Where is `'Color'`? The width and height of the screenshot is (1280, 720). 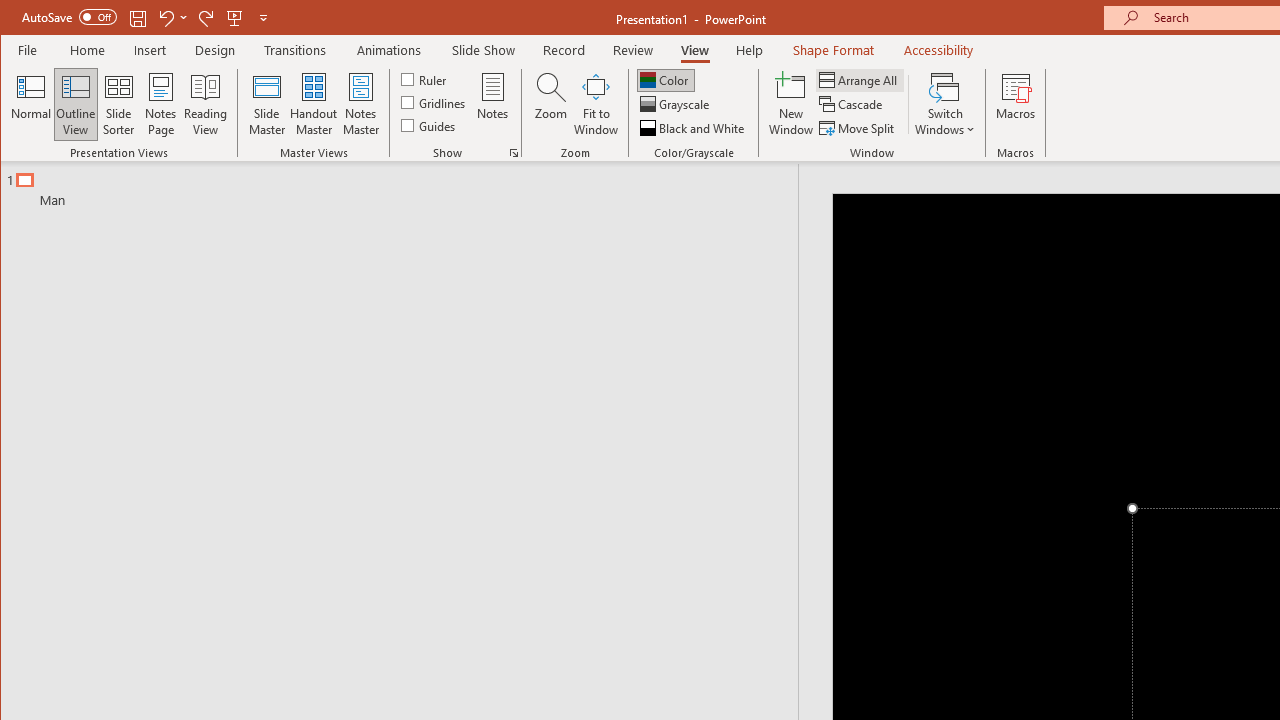 'Color' is located at coordinates (666, 79).